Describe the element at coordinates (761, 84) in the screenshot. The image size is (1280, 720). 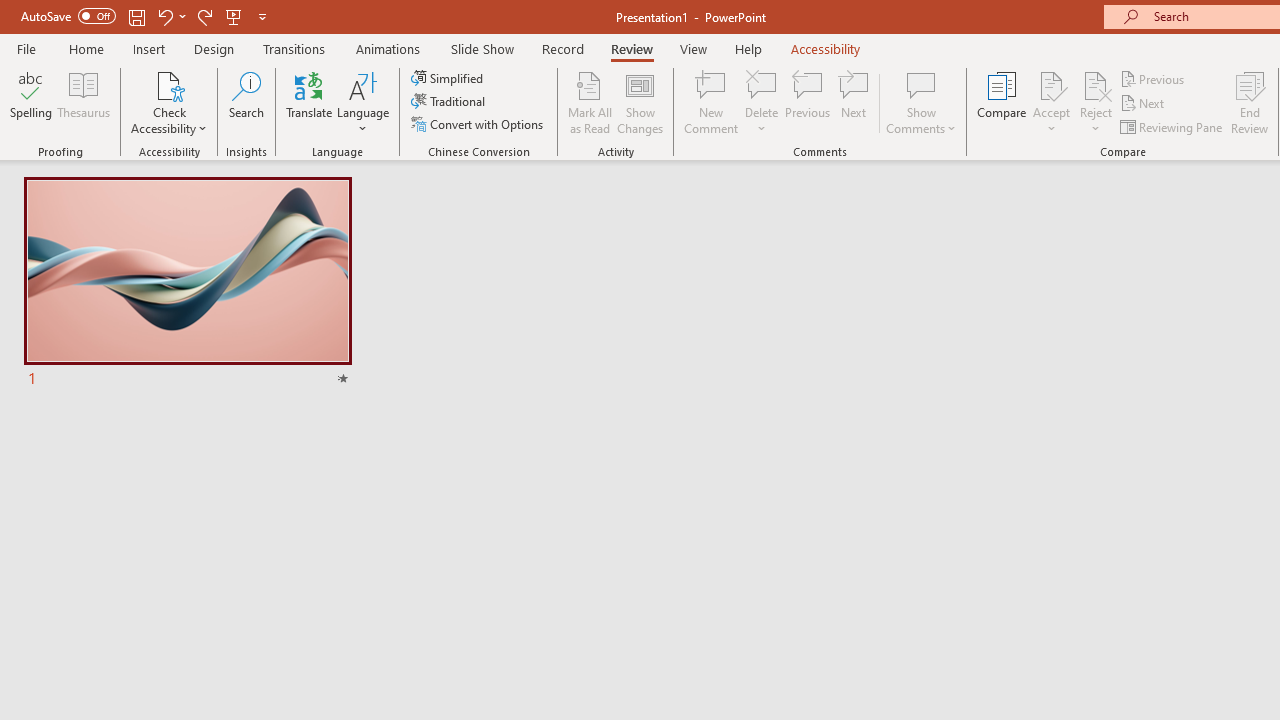
I see `'Delete'` at that location.